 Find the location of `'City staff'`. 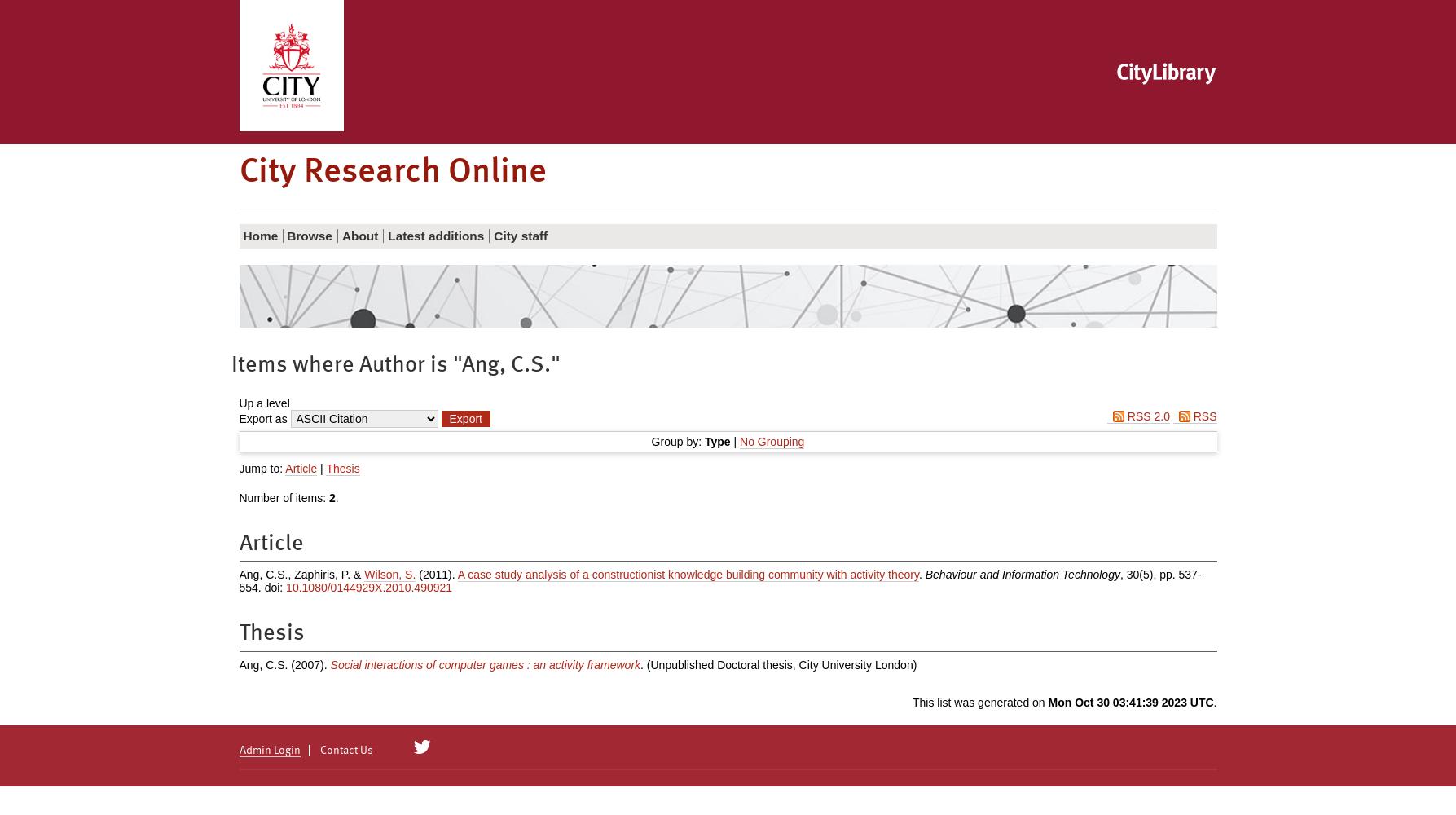

'City staff' is located at coordinates (520, 235).